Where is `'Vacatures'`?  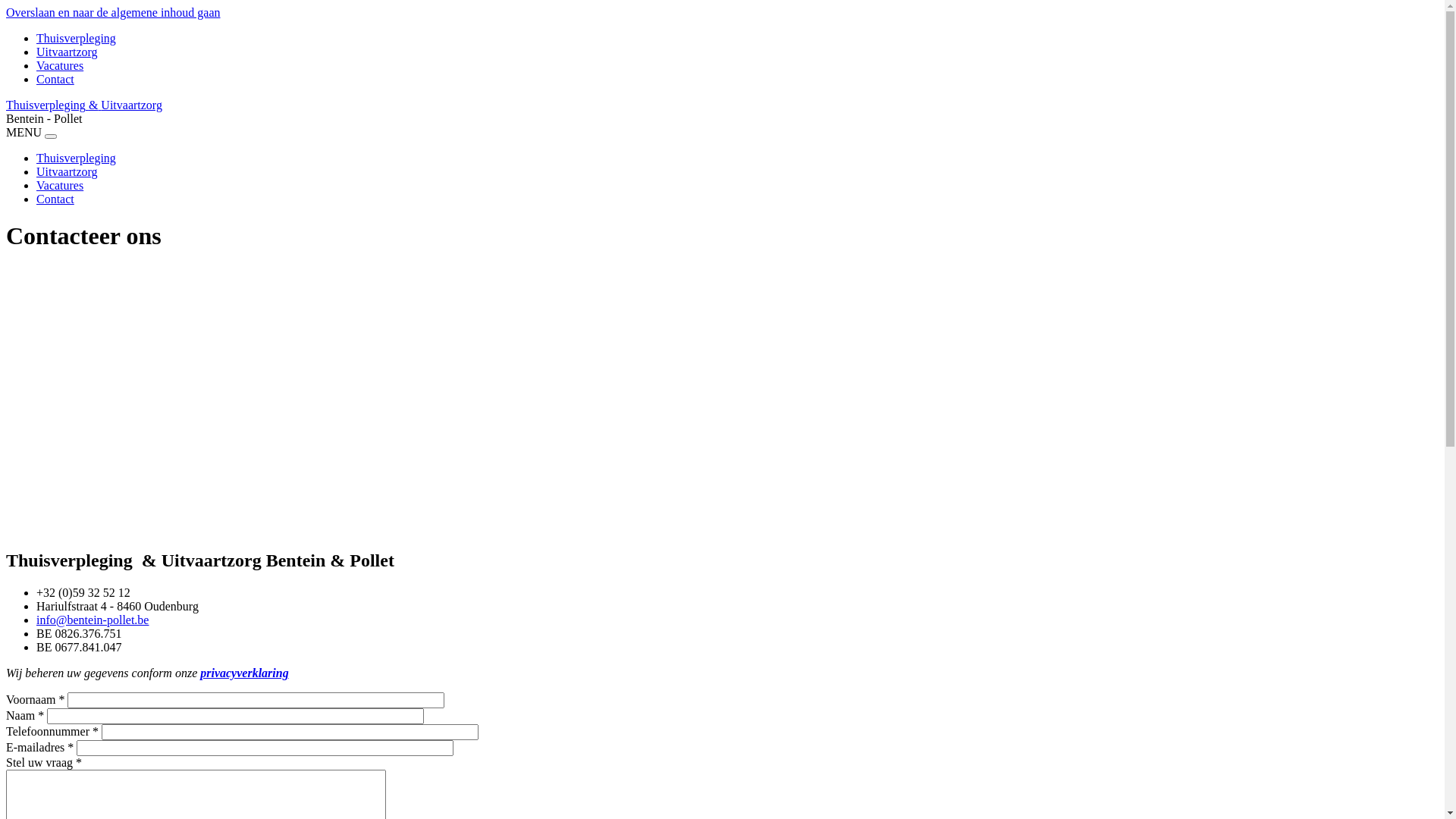
'Vacatures' is located at coordinates (59, 184).